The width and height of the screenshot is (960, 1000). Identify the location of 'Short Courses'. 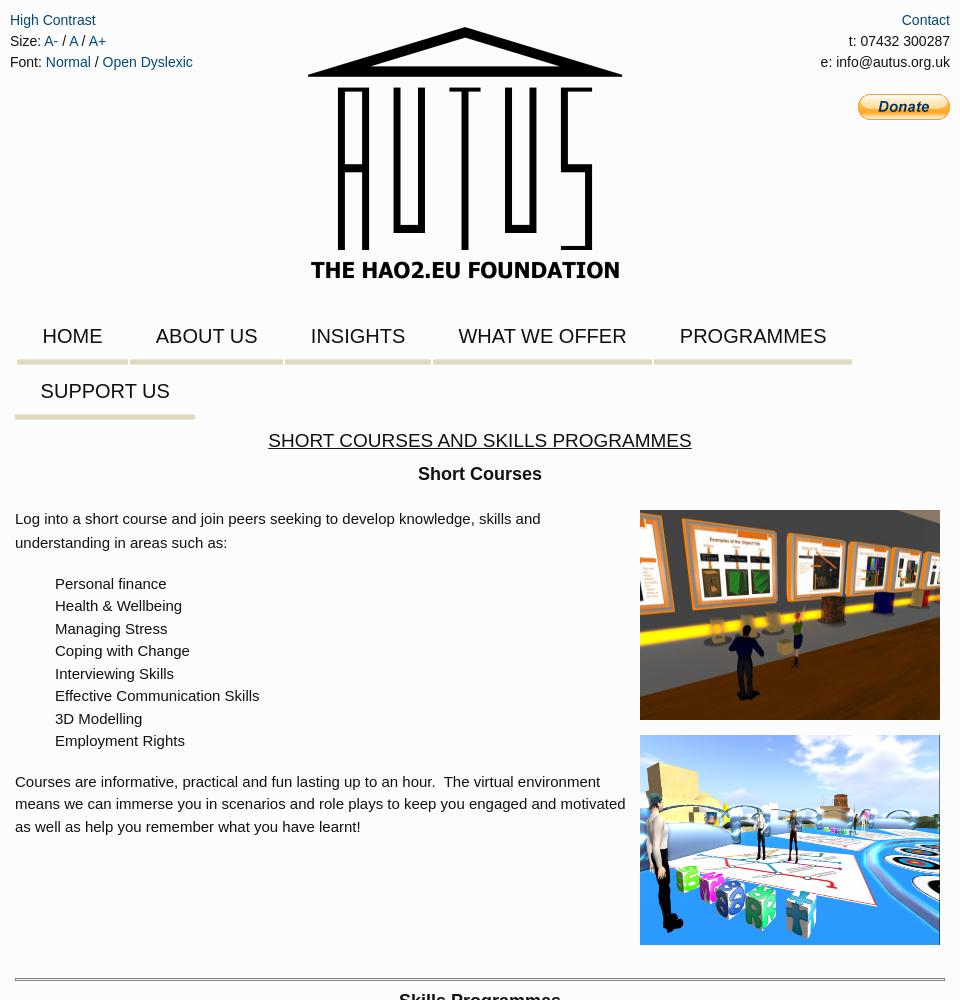
(416, 472).